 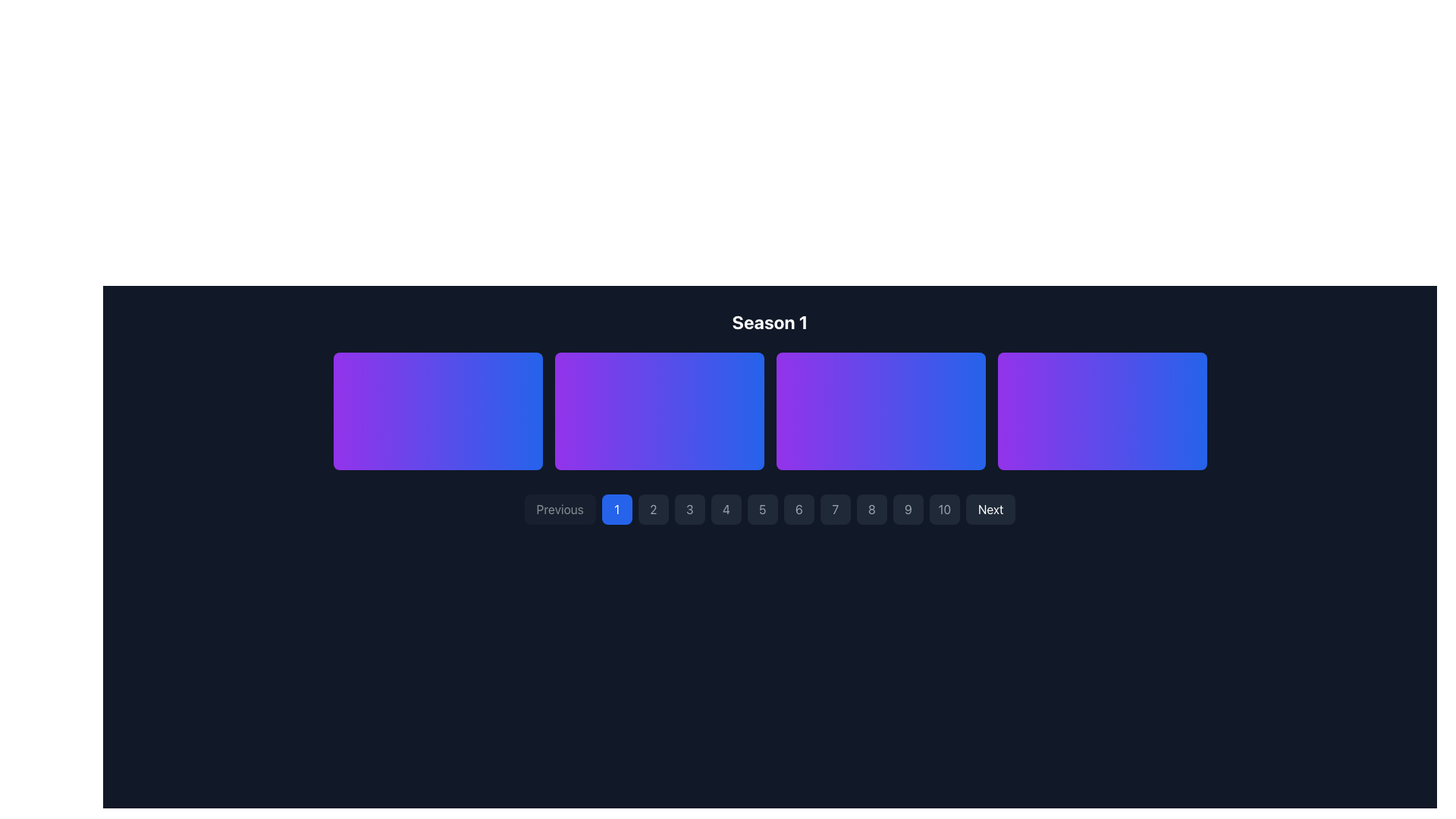 What do you see at coordinates (943, 510) in the screenshot?
I see `the rectangular button labeled '10' with a dark gray background located in the bottom horizontal navigation bar` at bounding box center [943, 510].